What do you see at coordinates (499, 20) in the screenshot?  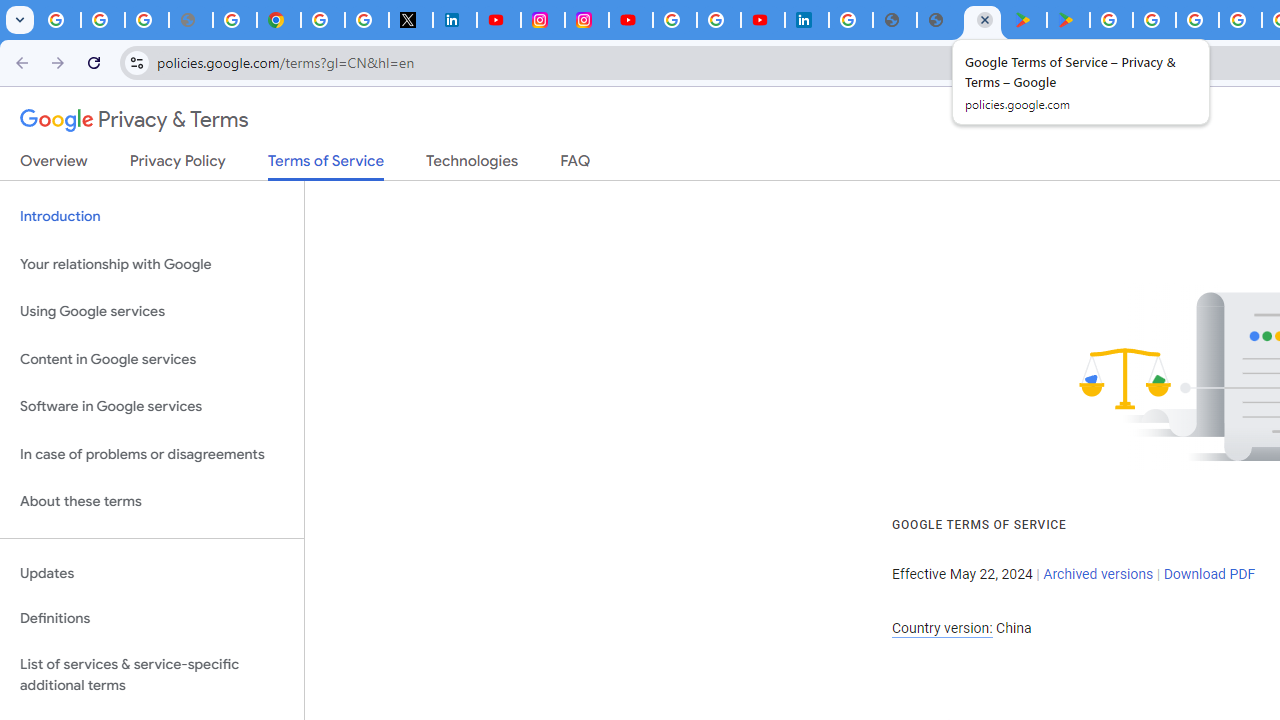 I see `'YouTube Content Monetization Policies - How YouTube Works'` at bounding box center [499, 20].